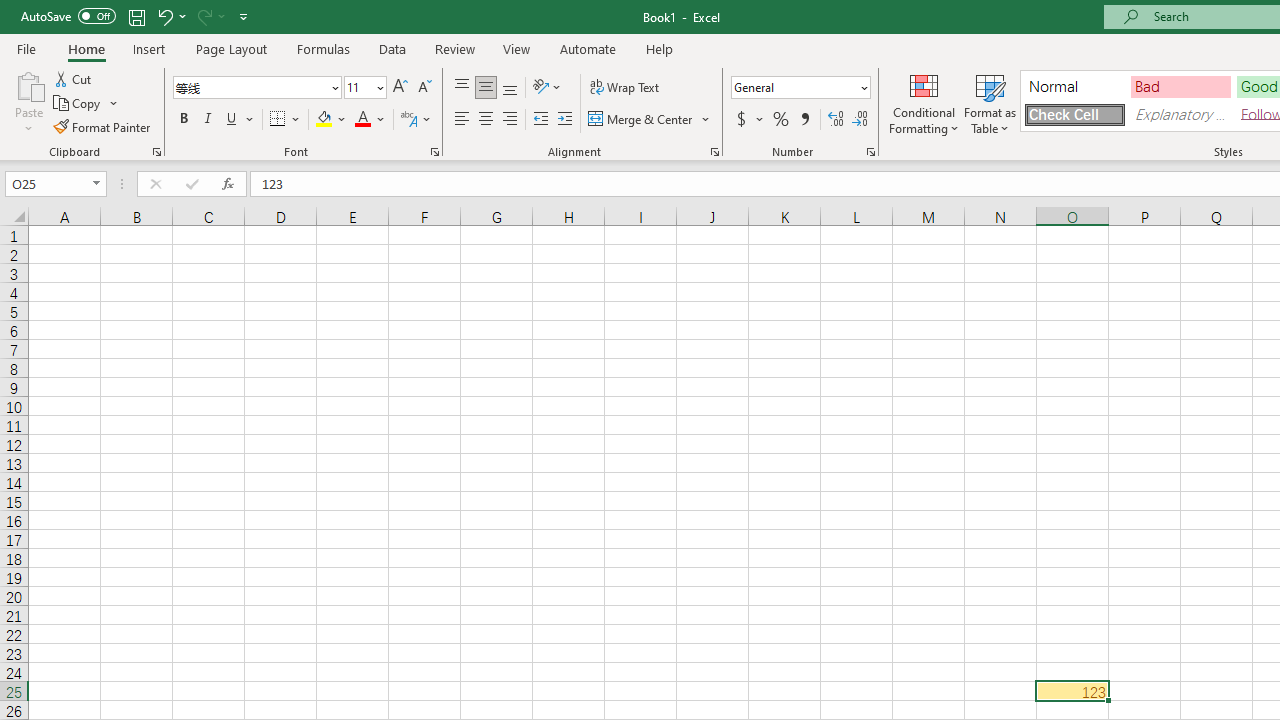 The width and height of the screenshot is (1280, 720). What do you see at coordinates (461, 86) in the screenshot?
I see `'Top Align'` at bounding box center [461, 86].